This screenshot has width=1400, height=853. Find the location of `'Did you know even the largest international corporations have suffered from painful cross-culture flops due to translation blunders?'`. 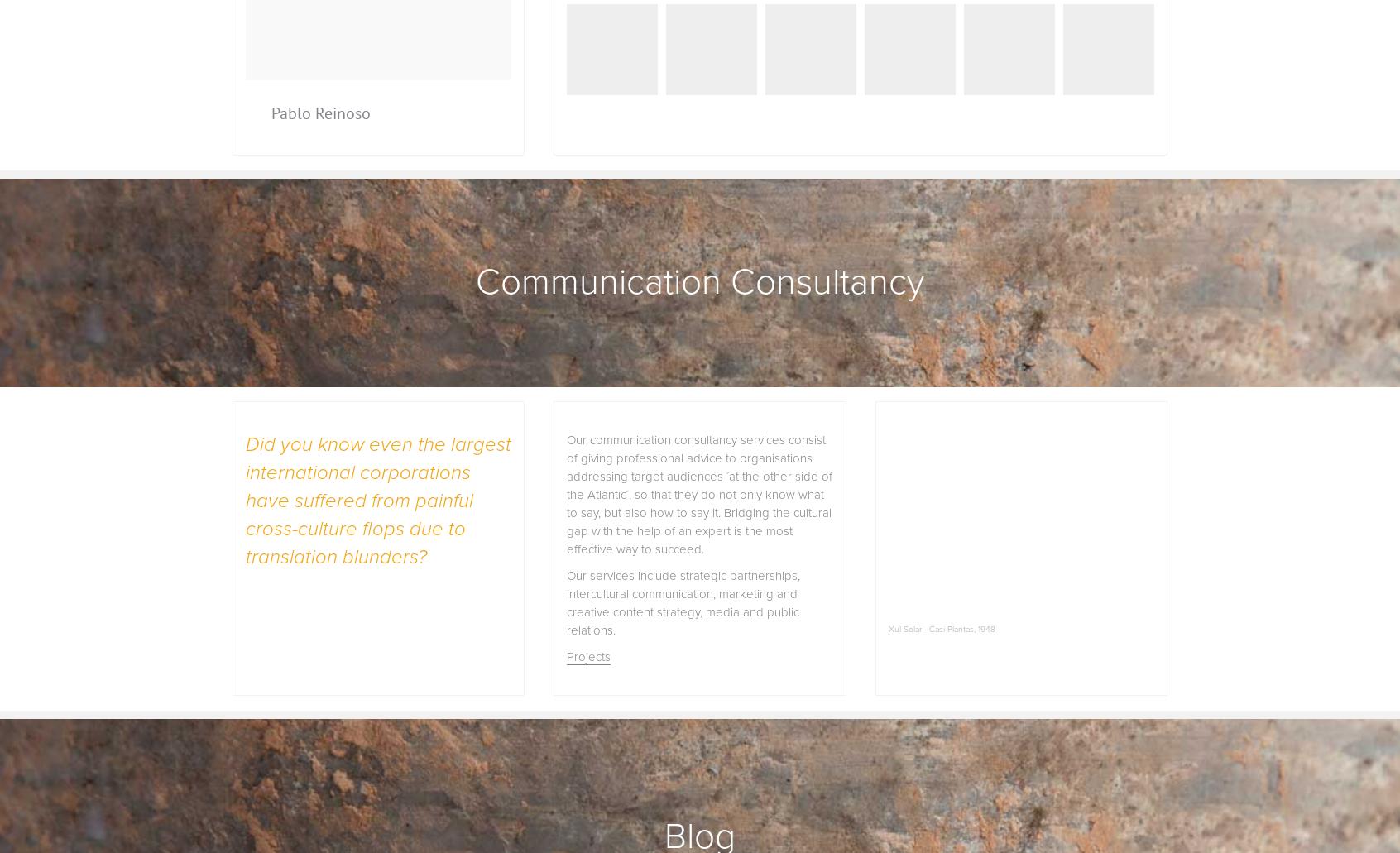

'Did you know even the largest international corporations have suffered from painful cross-culture flops due to translation blunders?' is located at coordinates (377, 500).